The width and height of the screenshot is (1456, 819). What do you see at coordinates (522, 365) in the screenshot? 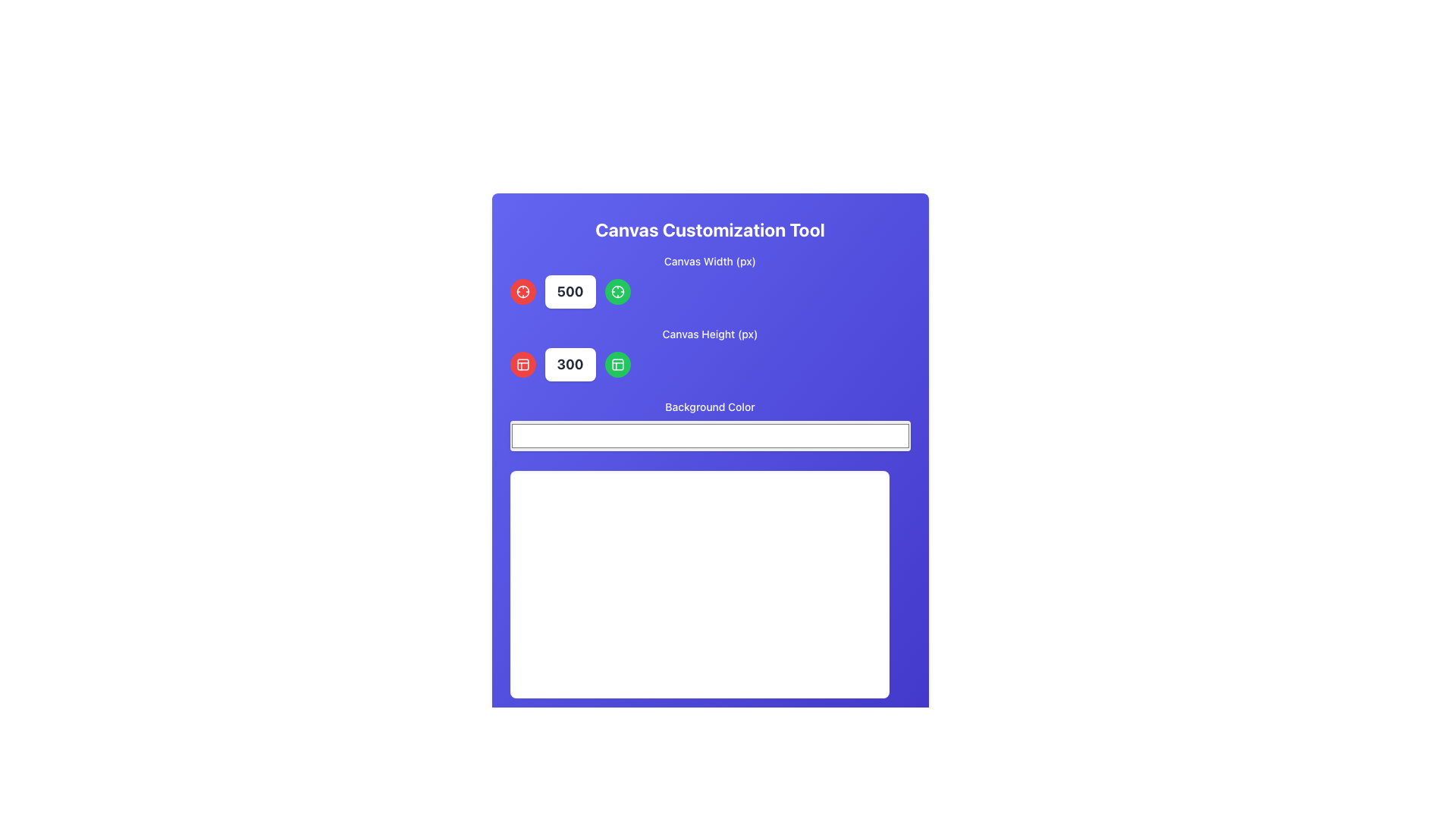
I see `the red circular button with a white layout icon to decrement the height, located on the left side of the Canvas Height section, next to the white box displaying '300'` at bounding box center [522, 365].